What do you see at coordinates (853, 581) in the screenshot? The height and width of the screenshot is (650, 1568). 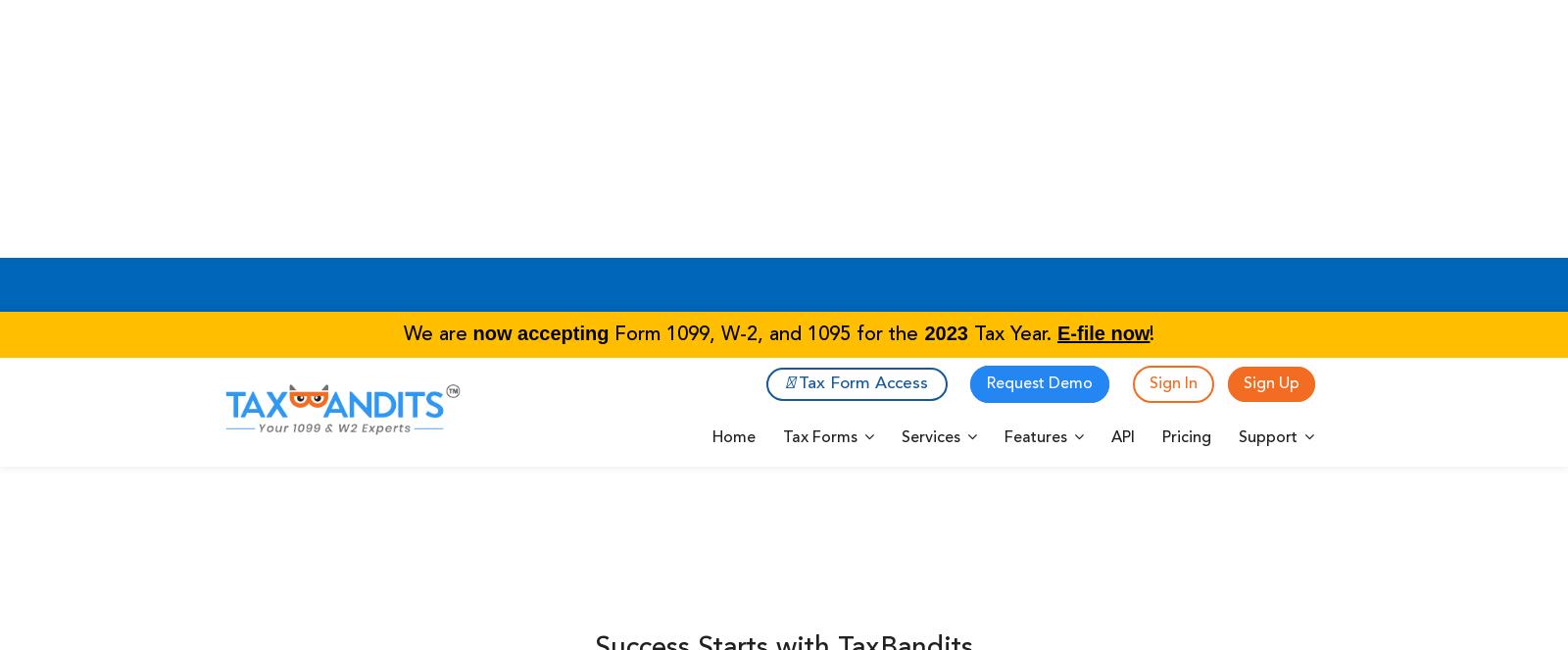 I see `'Developers'` at bounding box center [853, 581].